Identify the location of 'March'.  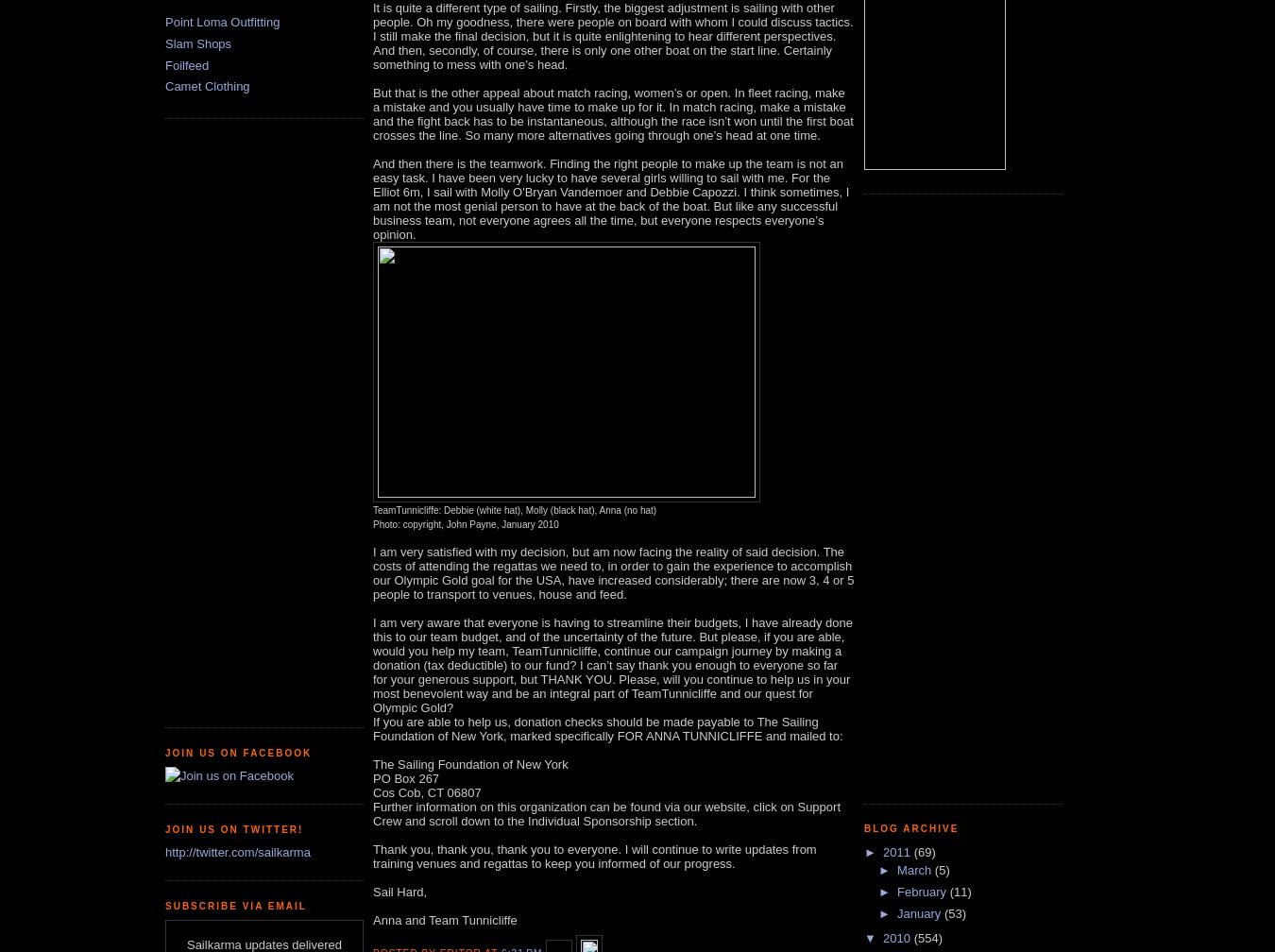
(895, 870).